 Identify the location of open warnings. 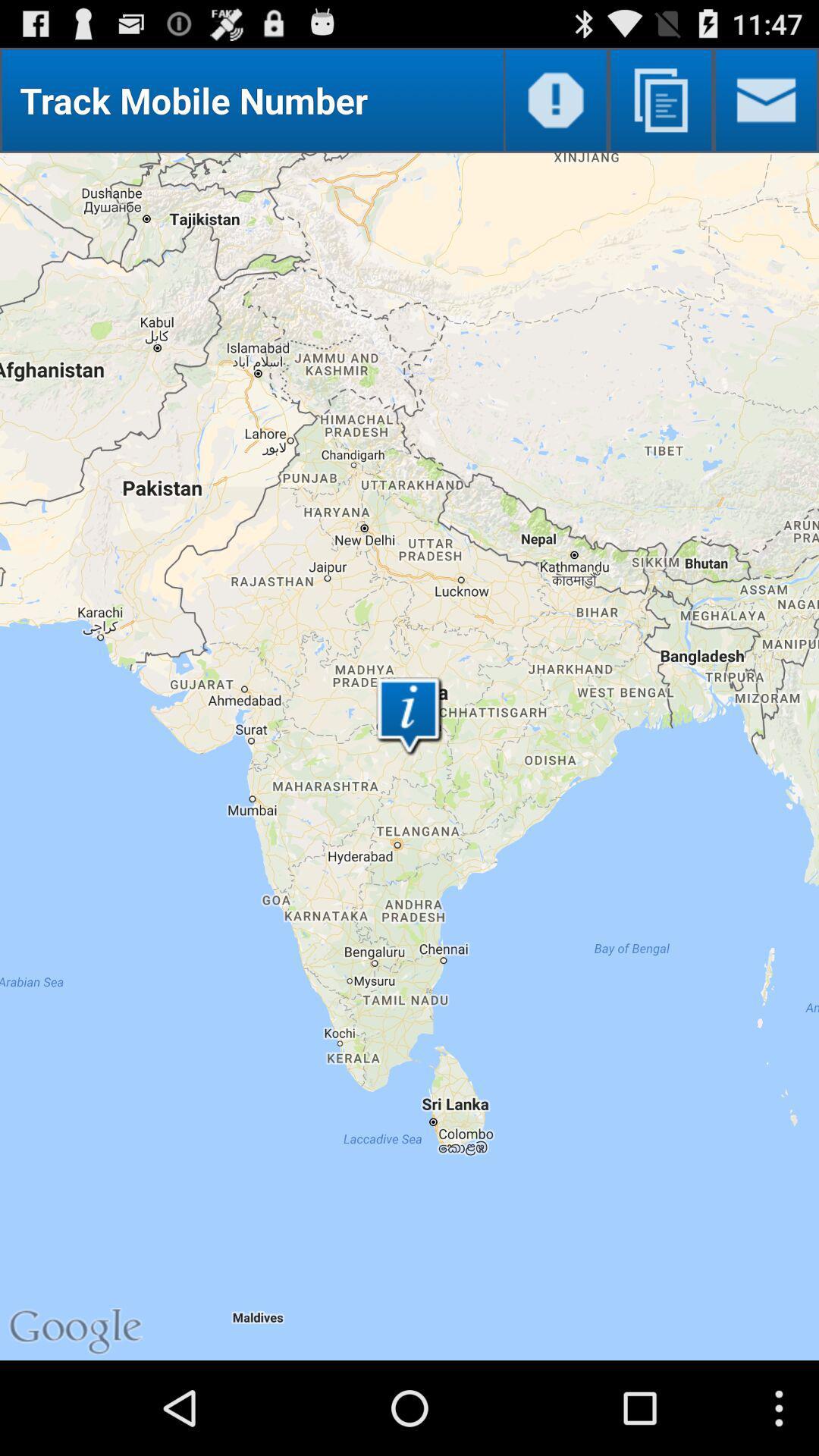
(556, 99).